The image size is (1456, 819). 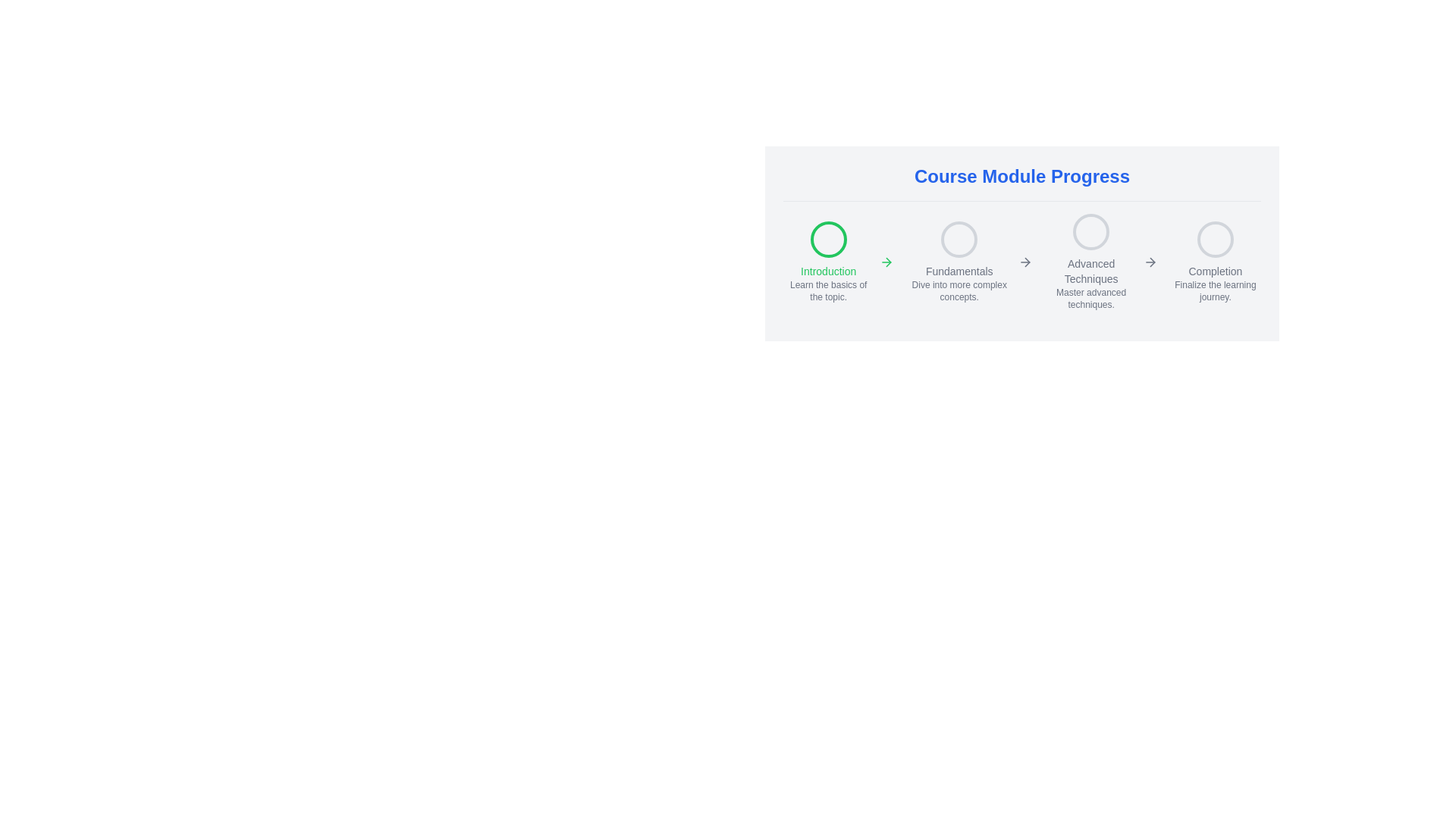 I want to click on the 'Completion' text label, which is styled in a small gray font and positioned below a circle icon in the 'Course Module Progress' display, so click(x=1215, y=271).